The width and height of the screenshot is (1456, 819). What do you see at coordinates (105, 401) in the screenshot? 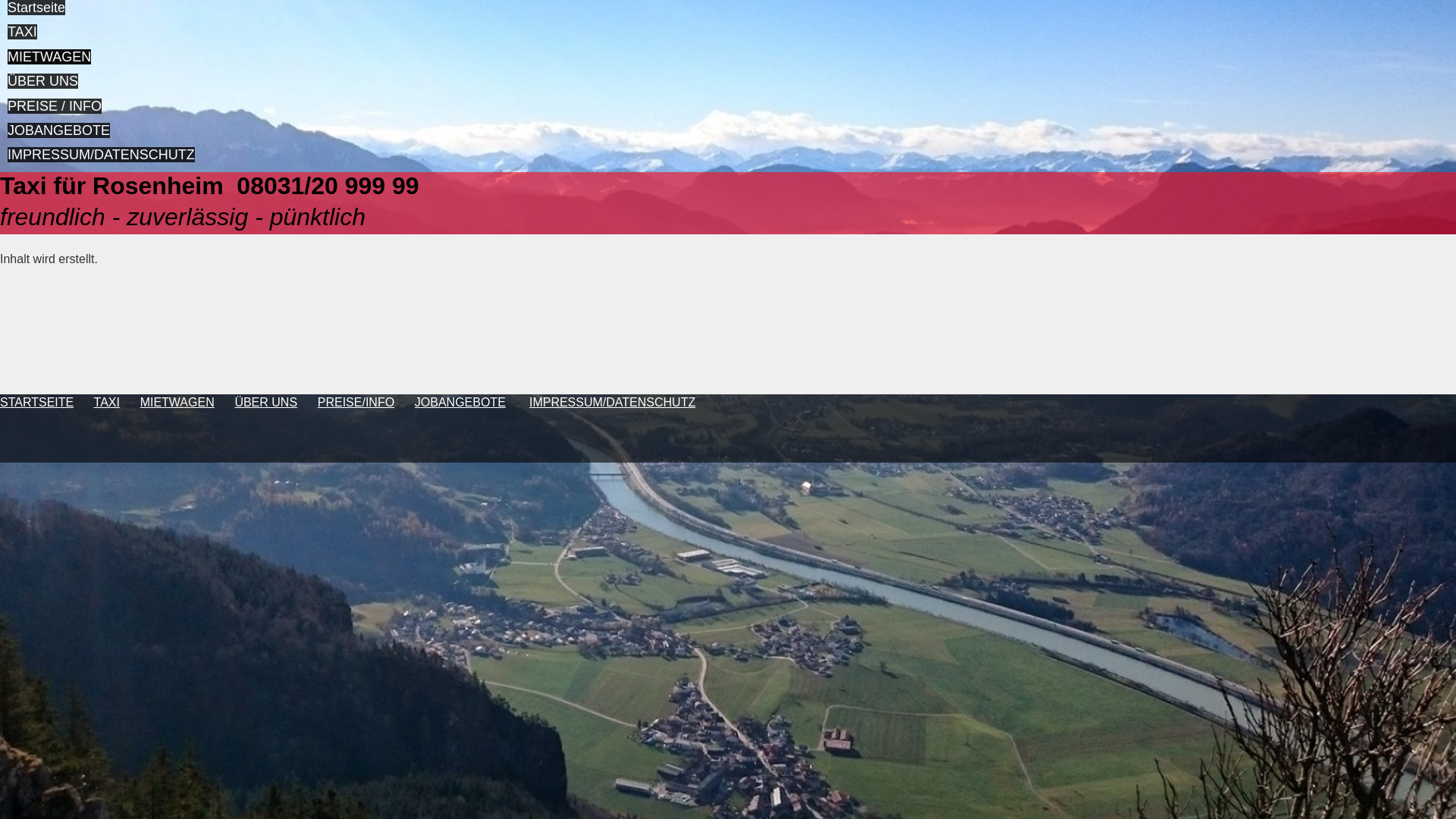
I see `'TAXI'` at bounding box center [105, 401].